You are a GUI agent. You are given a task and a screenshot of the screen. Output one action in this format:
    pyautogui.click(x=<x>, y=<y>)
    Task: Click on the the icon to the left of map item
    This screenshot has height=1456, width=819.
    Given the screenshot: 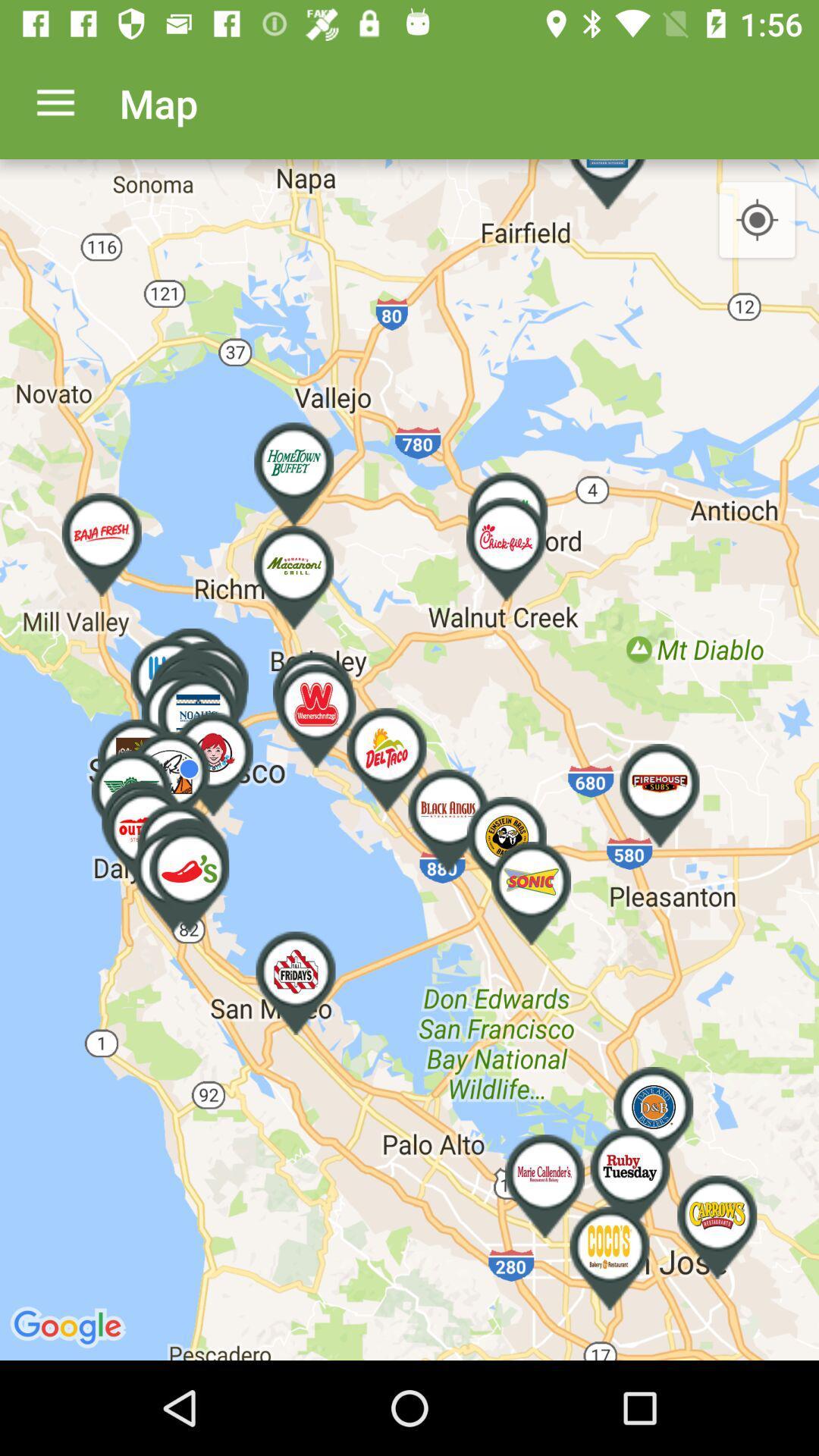 What is the action you would take?
    pyautogui.click(x=55, y=102)
    